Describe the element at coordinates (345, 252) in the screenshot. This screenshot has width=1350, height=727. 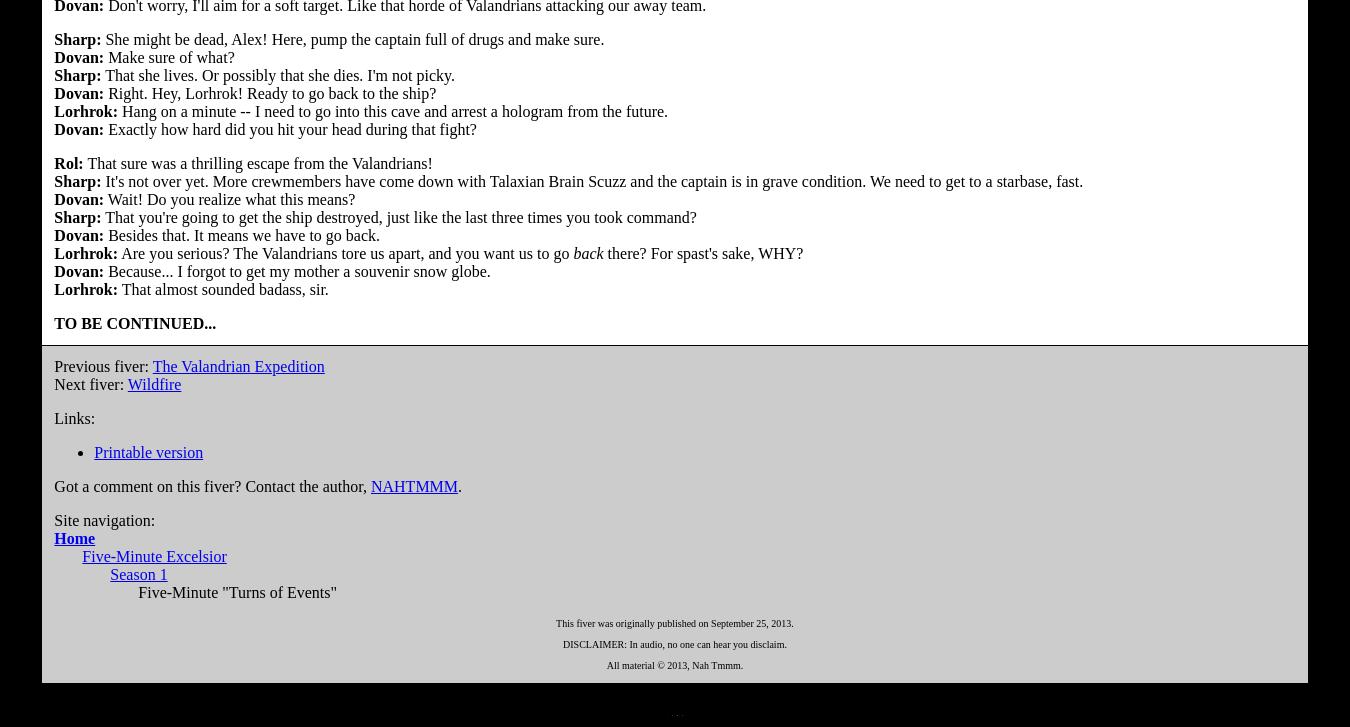
I see `'Are you serious? The Valandrians tore us apart, and you want us to go'` at that location.